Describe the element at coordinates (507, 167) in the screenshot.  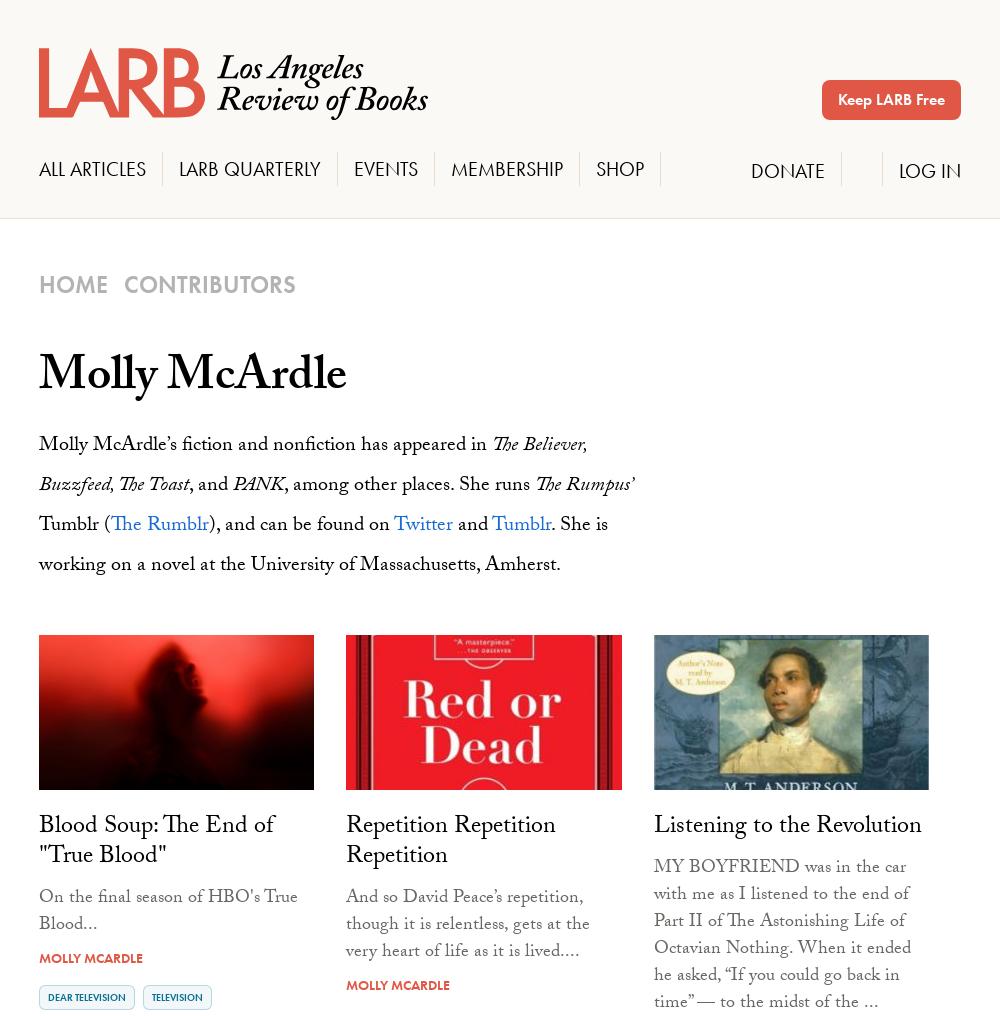
I see `'Membership'` at that location.